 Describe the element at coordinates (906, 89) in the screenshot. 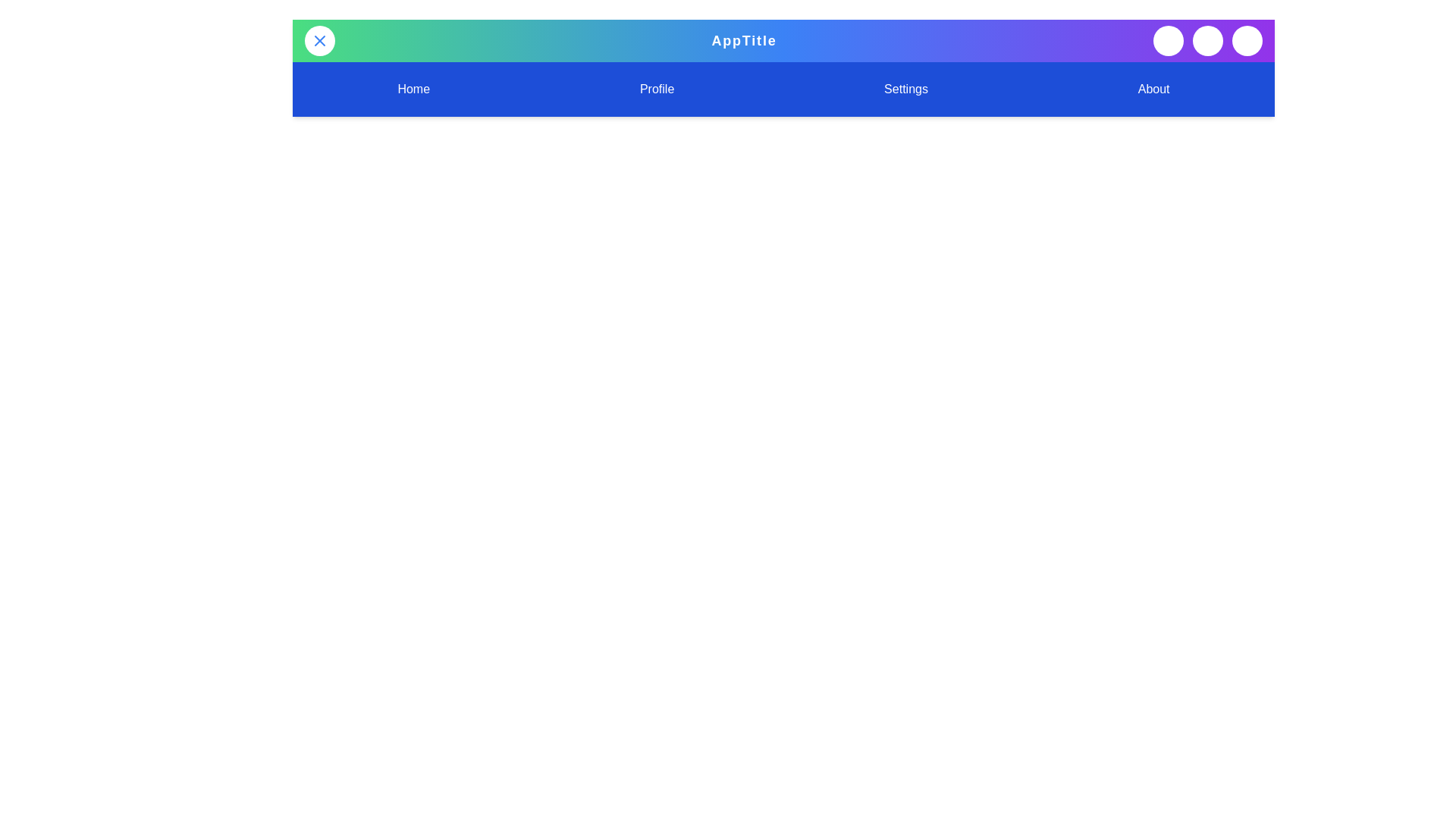

I see `the 'Settings' navigation item` at that location.